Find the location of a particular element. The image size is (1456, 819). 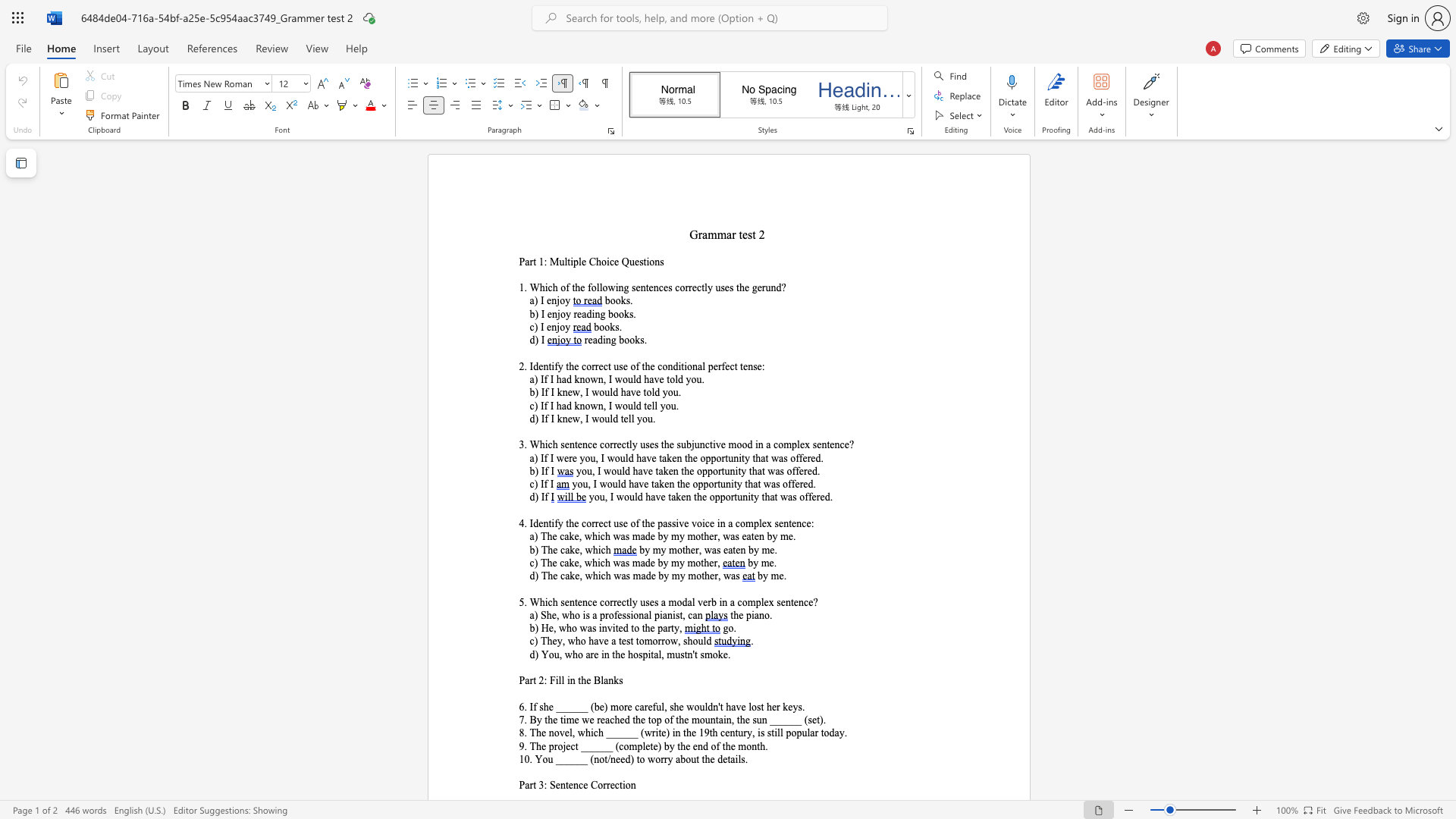

the subset text "cake, whi" within the text "b) The cake, which" is located at coordinates (560, 550).